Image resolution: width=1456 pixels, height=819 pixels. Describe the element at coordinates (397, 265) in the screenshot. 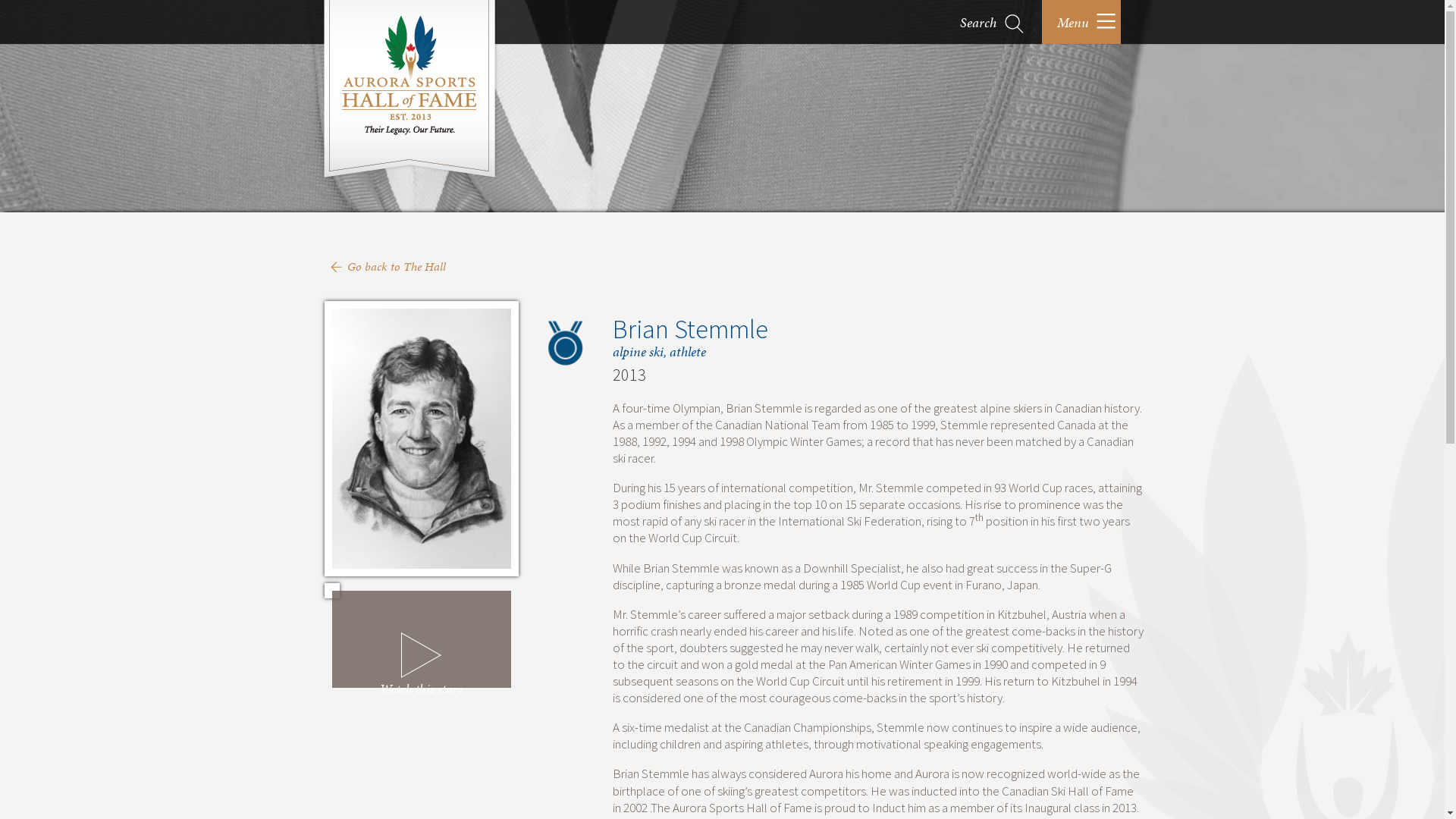

I see `'Go back to The Hall'` at that location.